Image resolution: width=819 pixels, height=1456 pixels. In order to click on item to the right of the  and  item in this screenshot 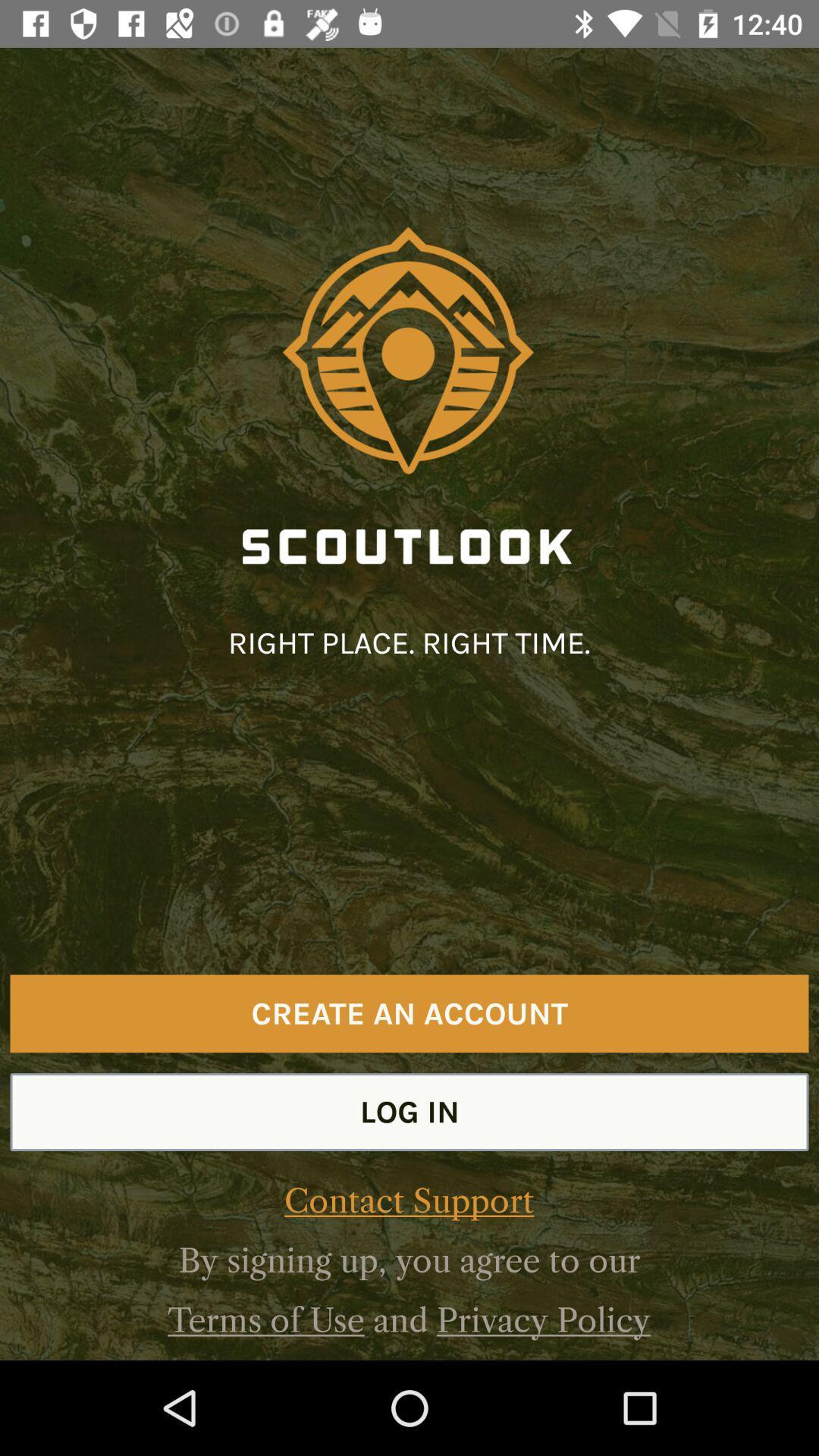, I will do `click(543, 1319)`.